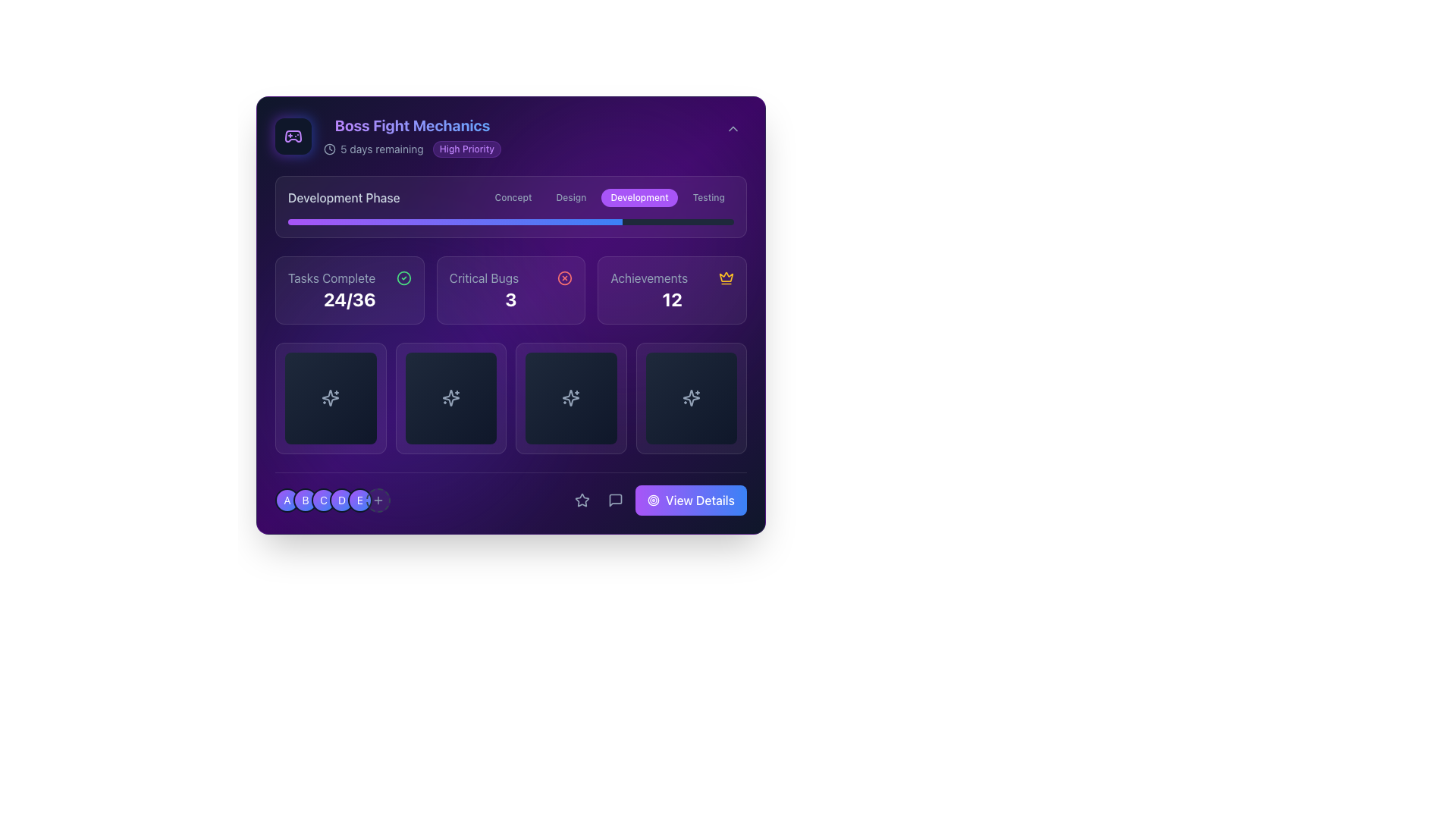 Image resolution: width=1456 pixels, height=819 pixels. What do you see at coordinates (323, 500) in the screenshot?
I see `the button labeled 'C', which is the third button in a sequence of buttons labeled 'A', 'B', 'C', 'D', 'E', positioned near the bottom of the interface` at bounding box center [323, 500].